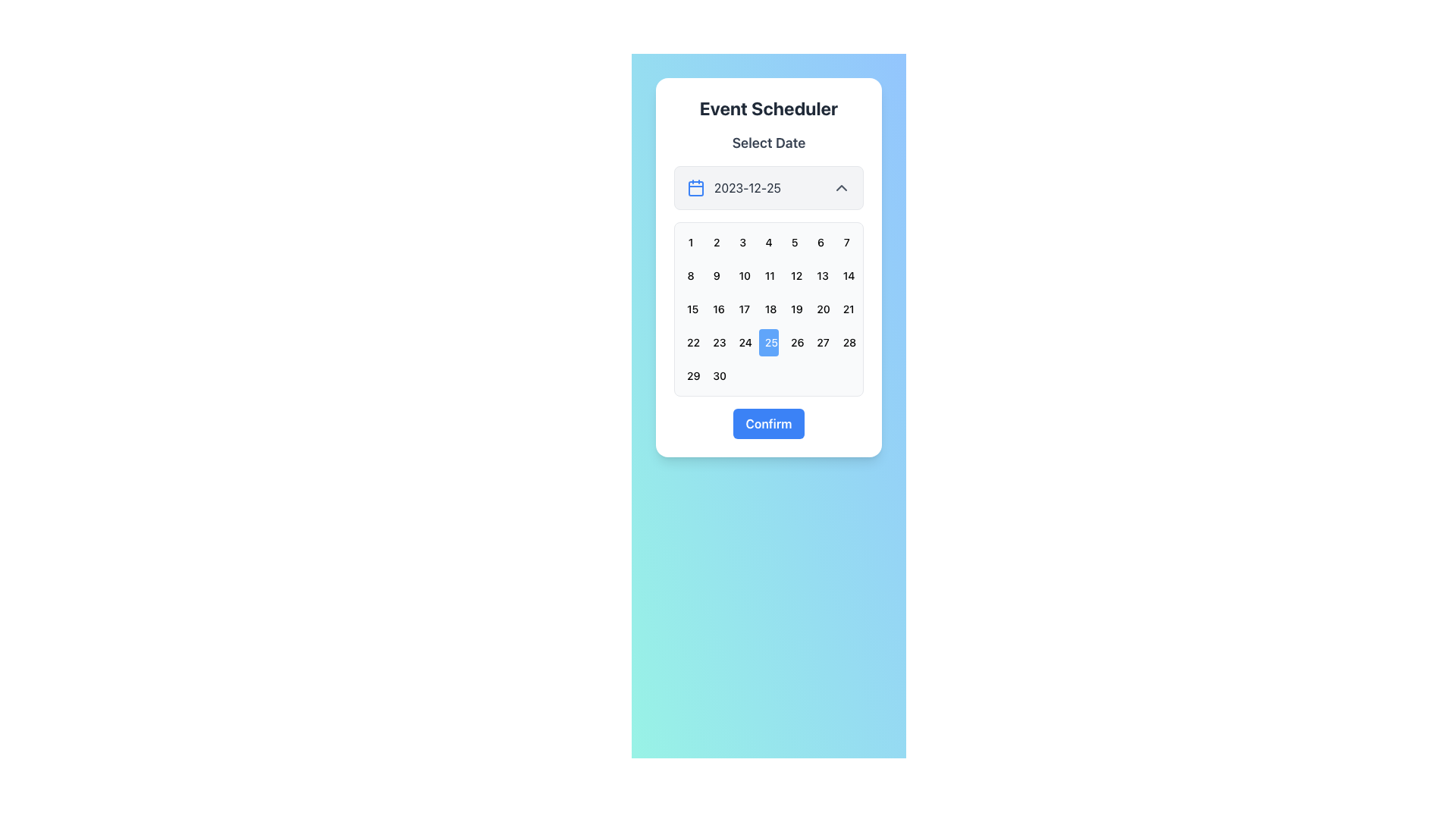 This screenshot has height=819, width=1456. I want to click on the interactive calendar date cell displaying the number '17', so click(742, 309).